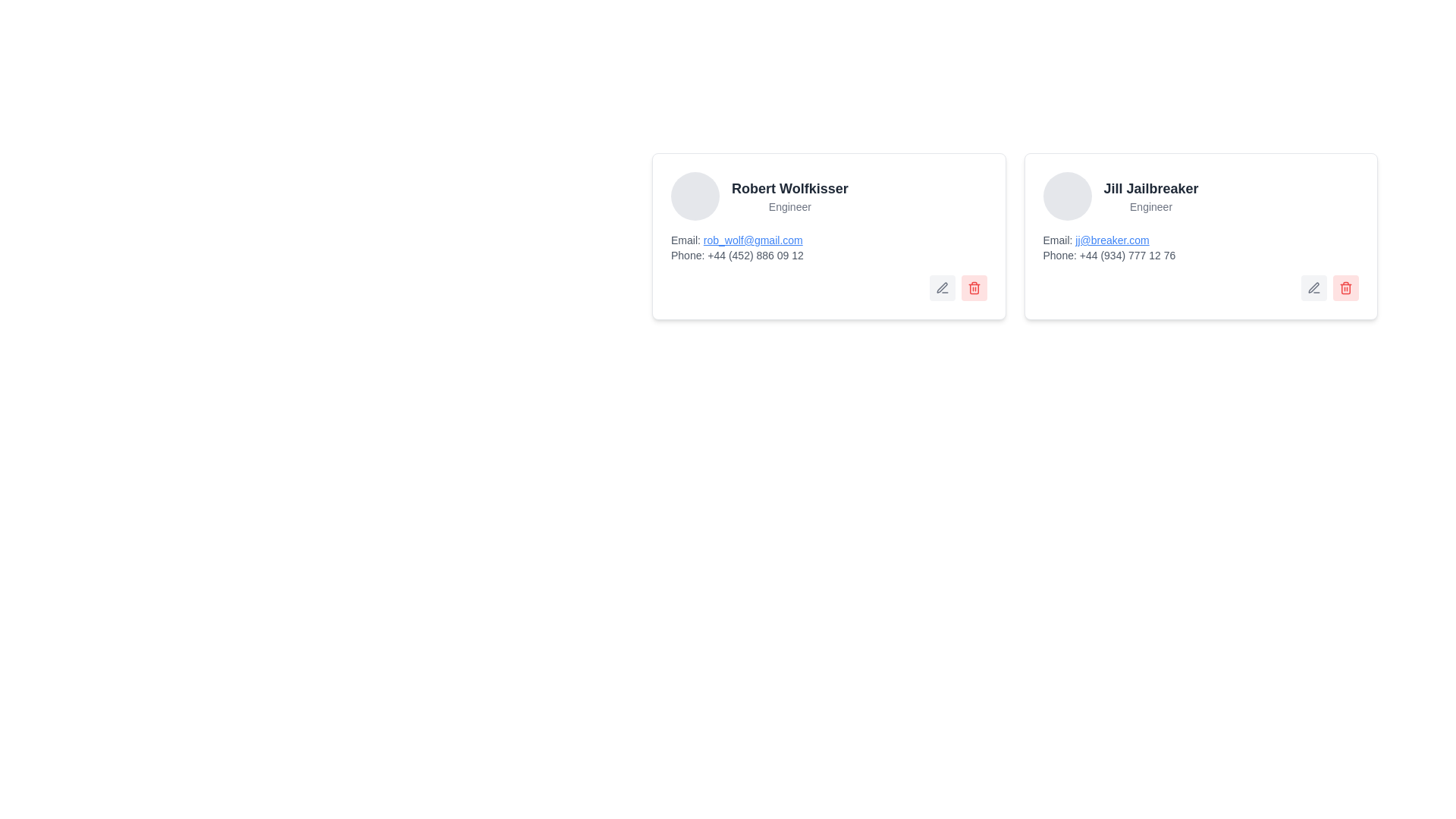 The image size is (1456, 819). Describe the element at coordinates (753, 239) in the screenshot. I see `the clickable email address 'rob_wolf@gmail.com' displayed in blue text with underline style, which is located within the contact card titled 'Robert Wolfkisser'` at that location.